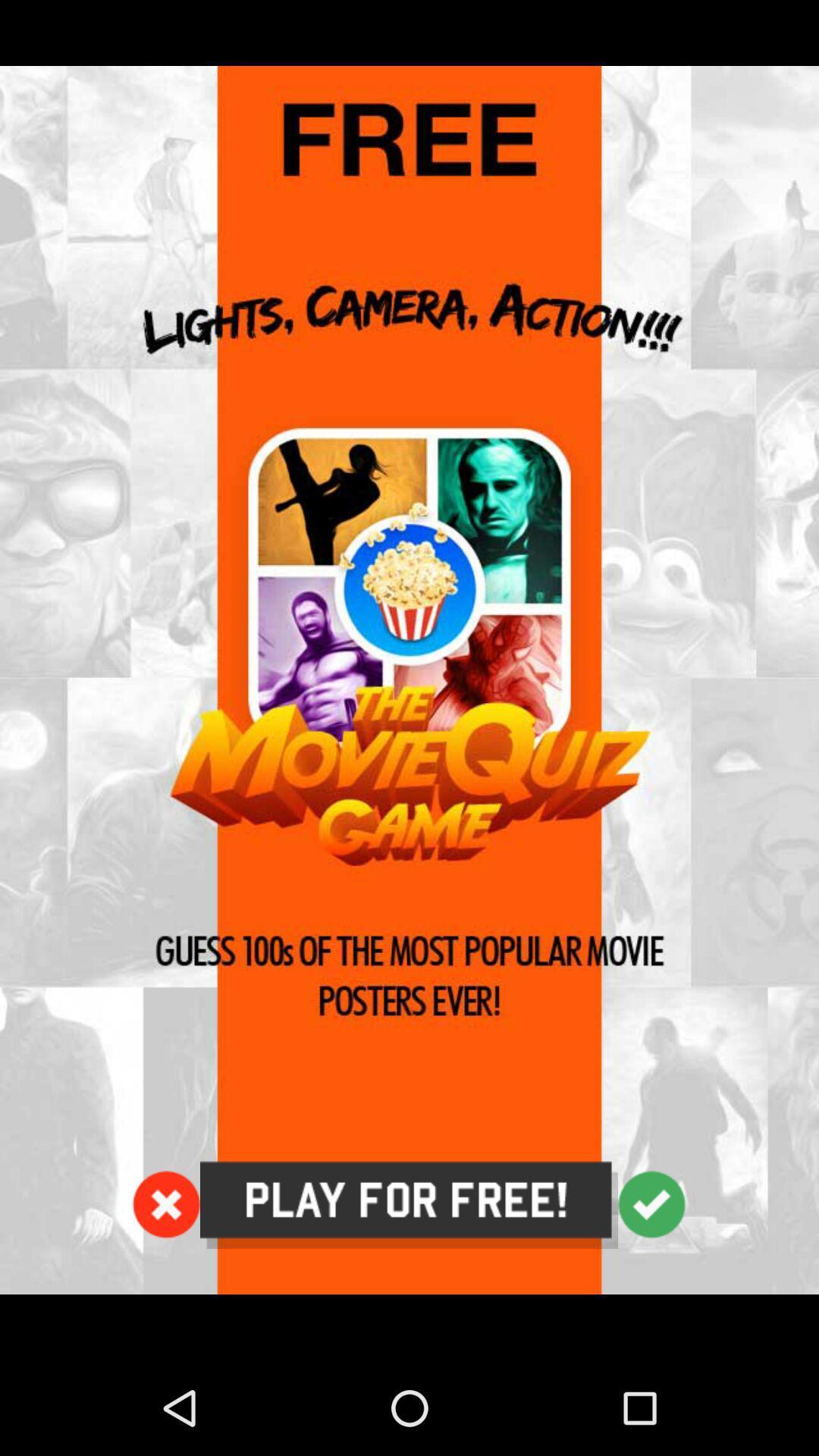 This screenshot has width=819, height=1456. Describe the element at coordinates (409, 679) in the screenshot. I see `icon at the center` at that location.